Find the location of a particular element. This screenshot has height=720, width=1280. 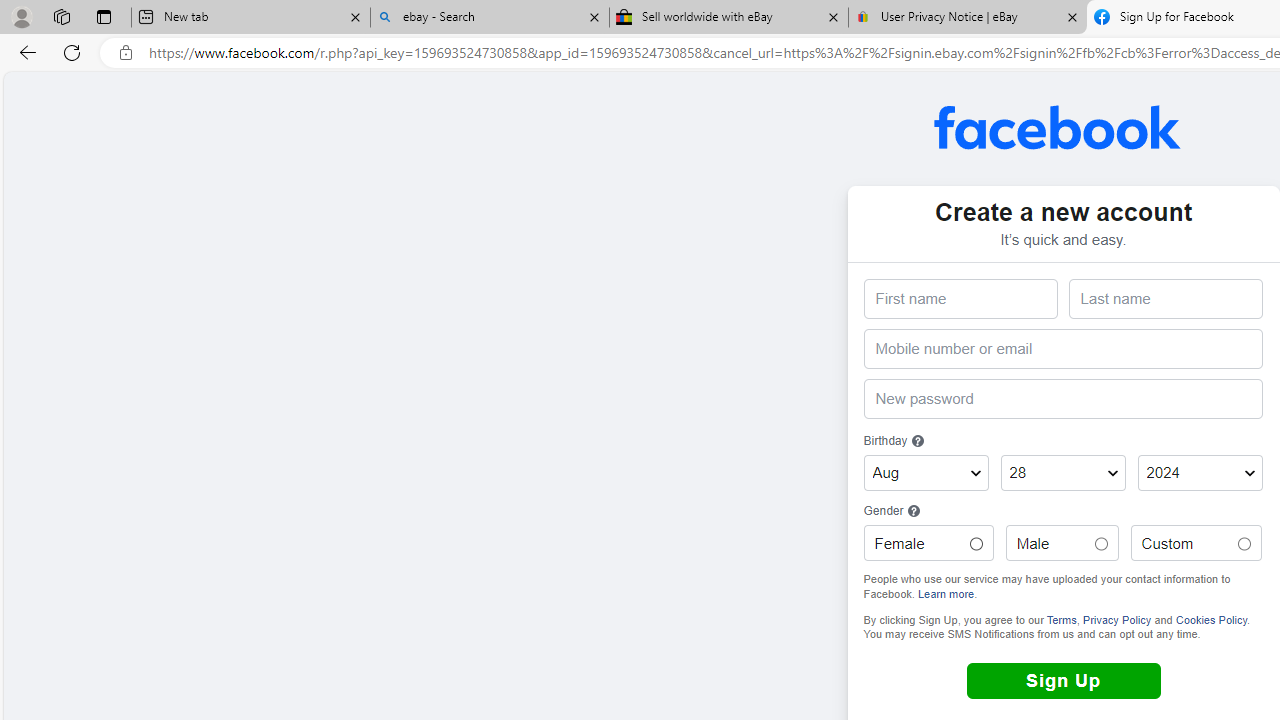

'First name' is located at coordinates (960, 299).